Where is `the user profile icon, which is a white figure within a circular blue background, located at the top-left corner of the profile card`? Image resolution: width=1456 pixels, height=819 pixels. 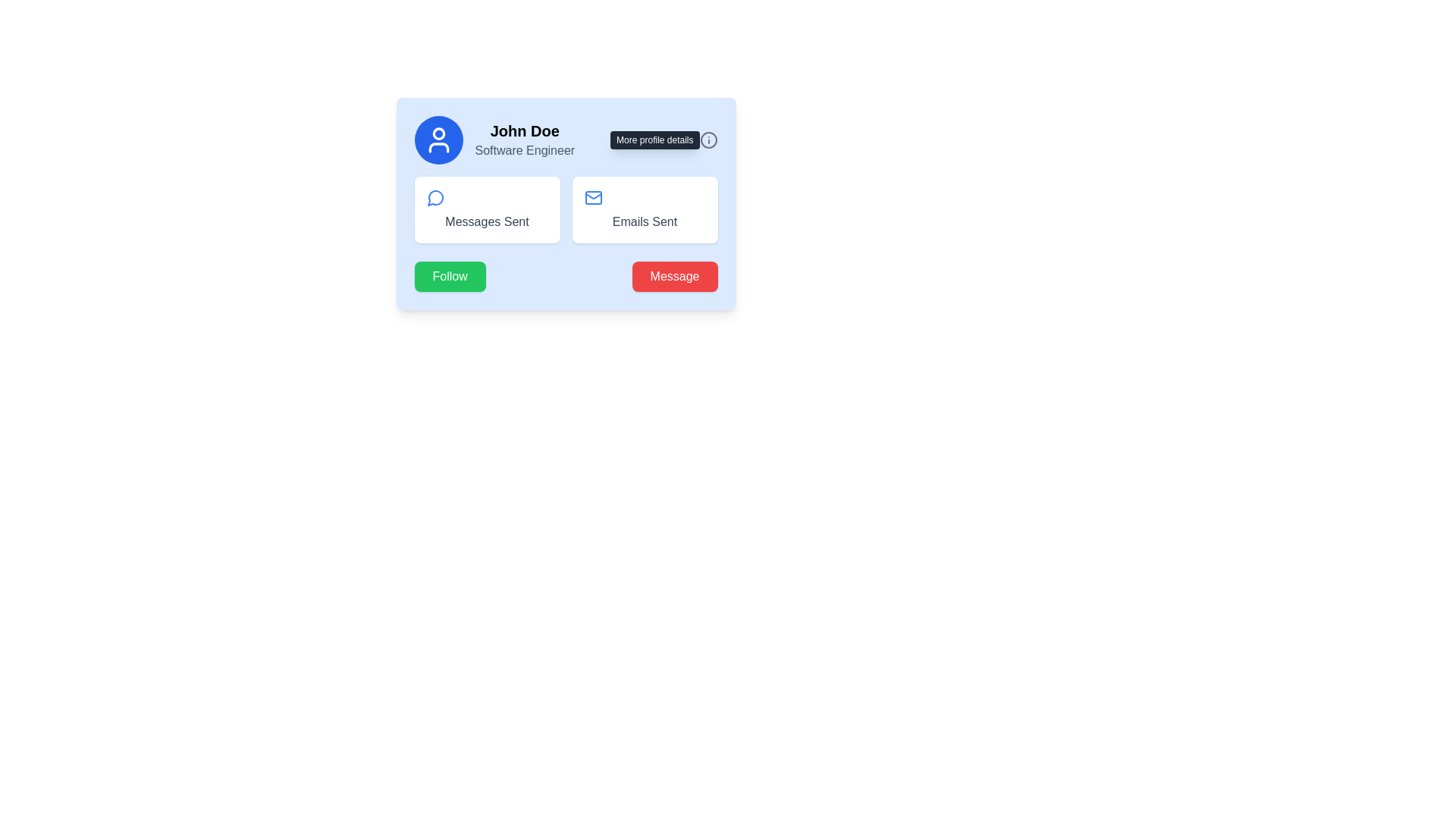 the user profile icon, which is a white figure within a circular blue background, located at the top-left corner of the profile card is located at coordinates (438, 140).